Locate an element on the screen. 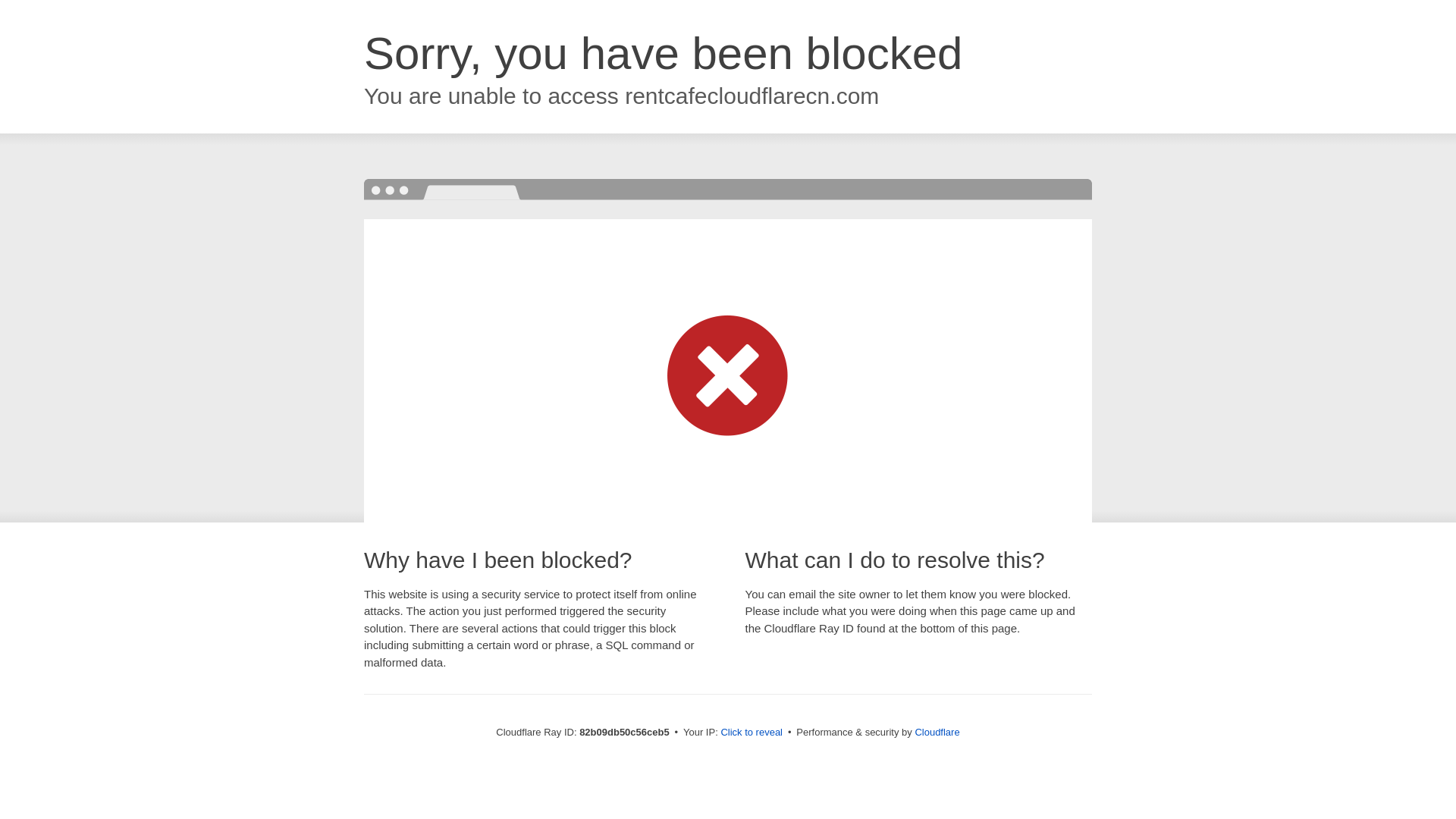 The width and height of the screenshot is (1456, 819). 'Click to reveal' is located at coordinates (720, 731).